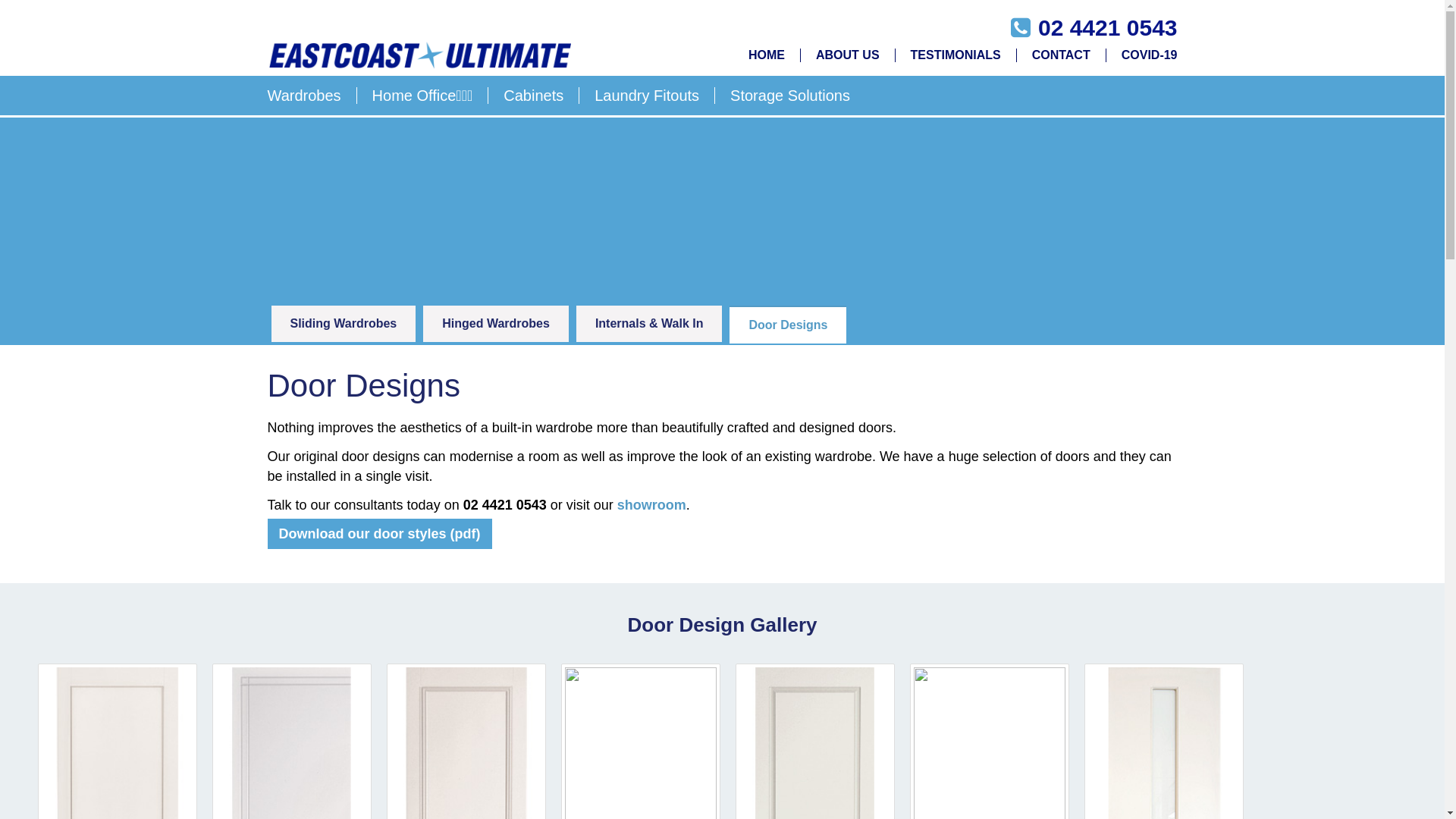 This screenshot has height=819, width=1456. What do you see at coordinates (378, 533) in the screenshot?
I see `'Download our door styles (pdf)'` at bounding box center [378, 533].